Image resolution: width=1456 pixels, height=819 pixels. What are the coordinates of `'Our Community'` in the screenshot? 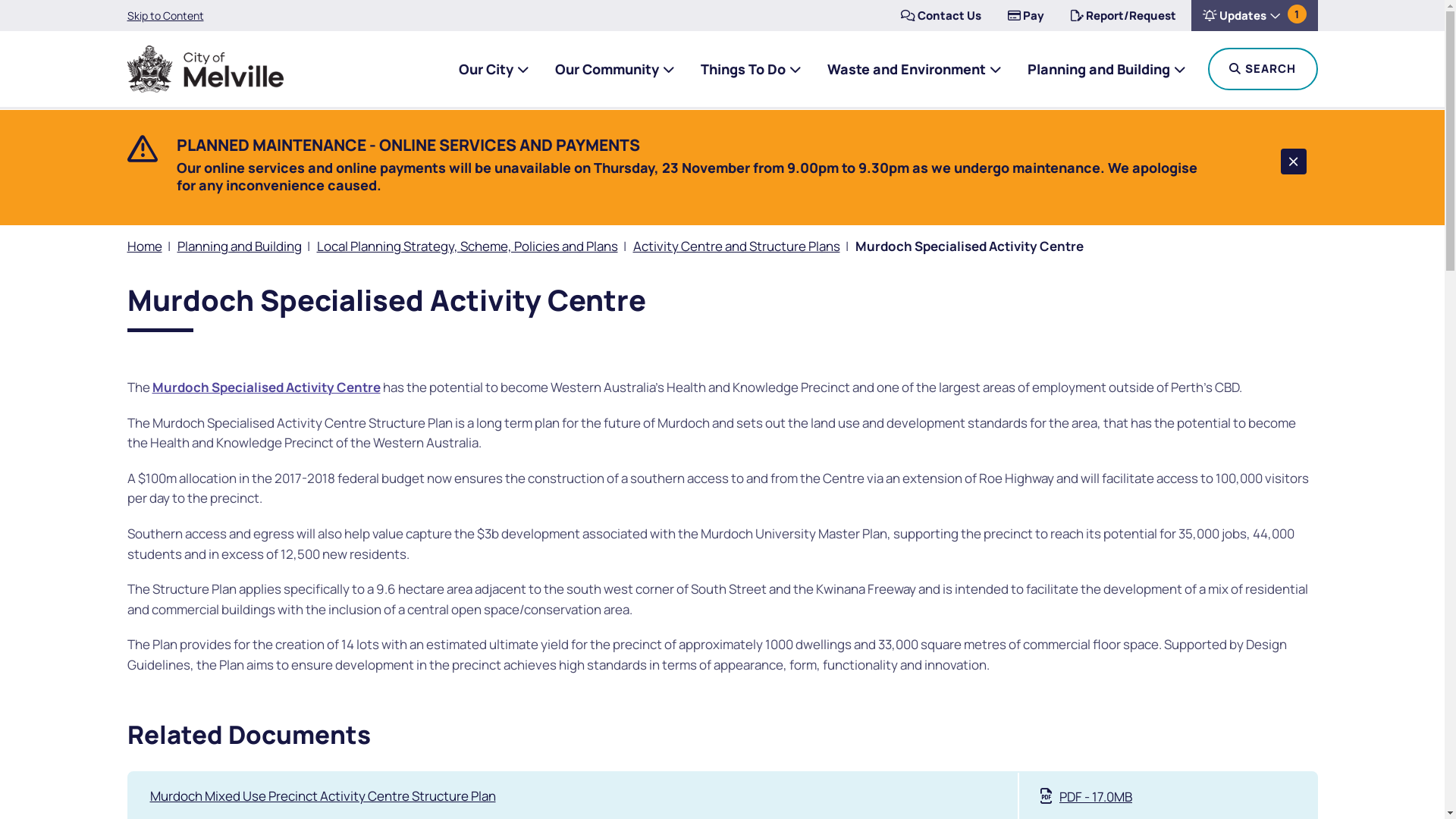 It's located at (614, 69).